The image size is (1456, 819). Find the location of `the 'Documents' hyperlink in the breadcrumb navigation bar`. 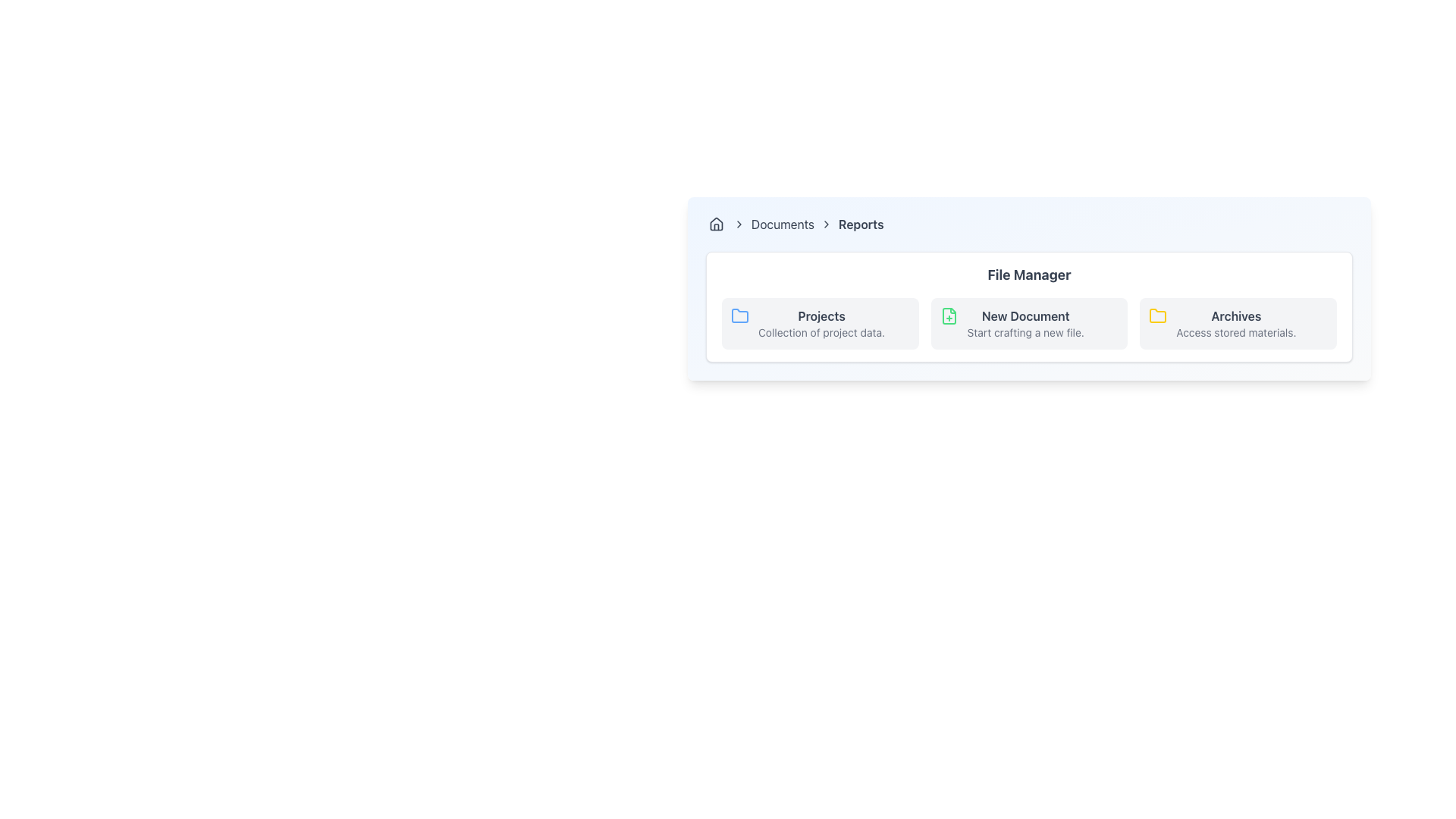

the 'Documents' hyperlink in the breadcrumb navigation bar is located at coordinates (783, 224).